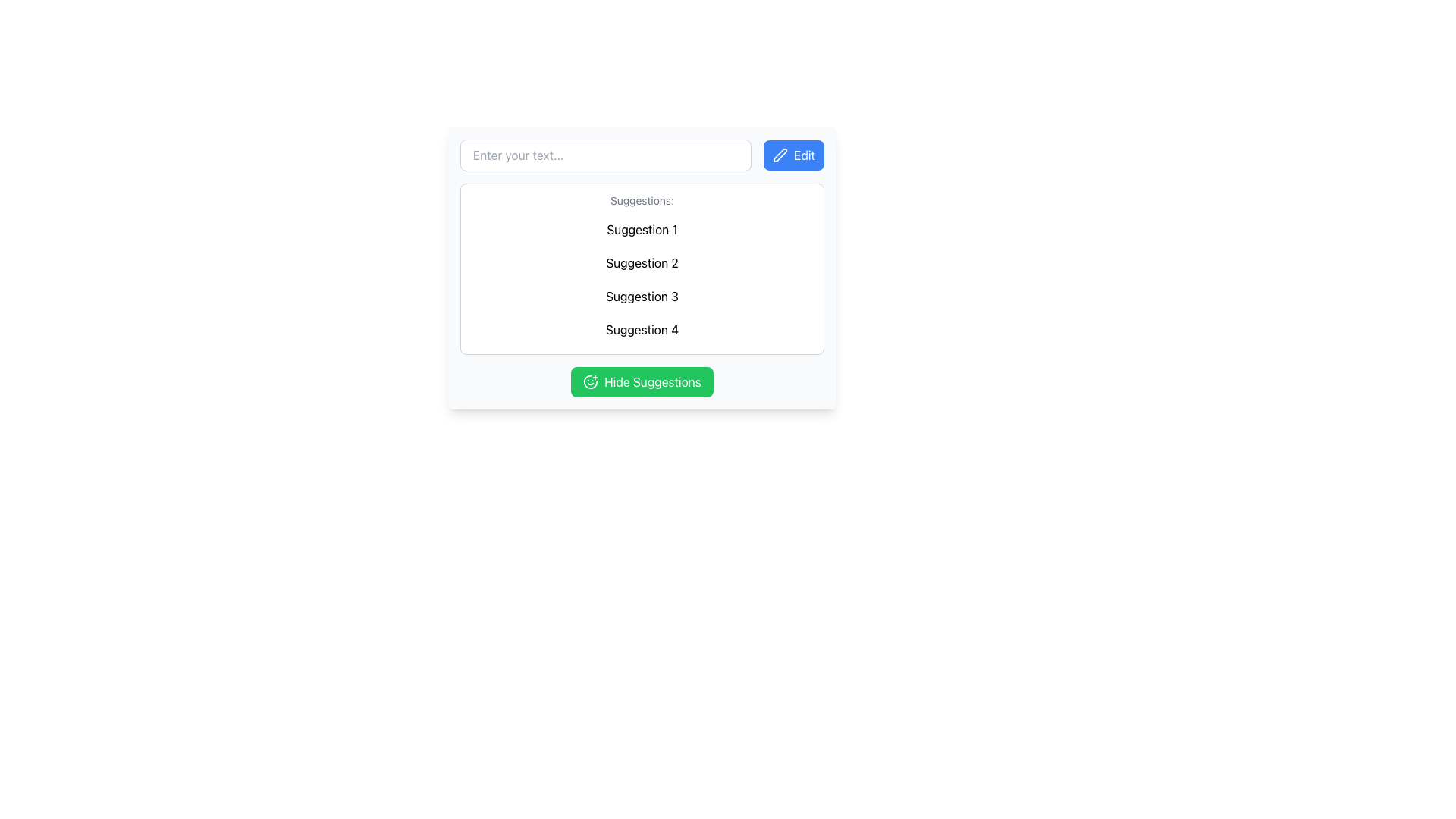 This screenshot has width=1456, height=819. I want to click on the text element labeled 'Suggestion 2', so click(642, 262).